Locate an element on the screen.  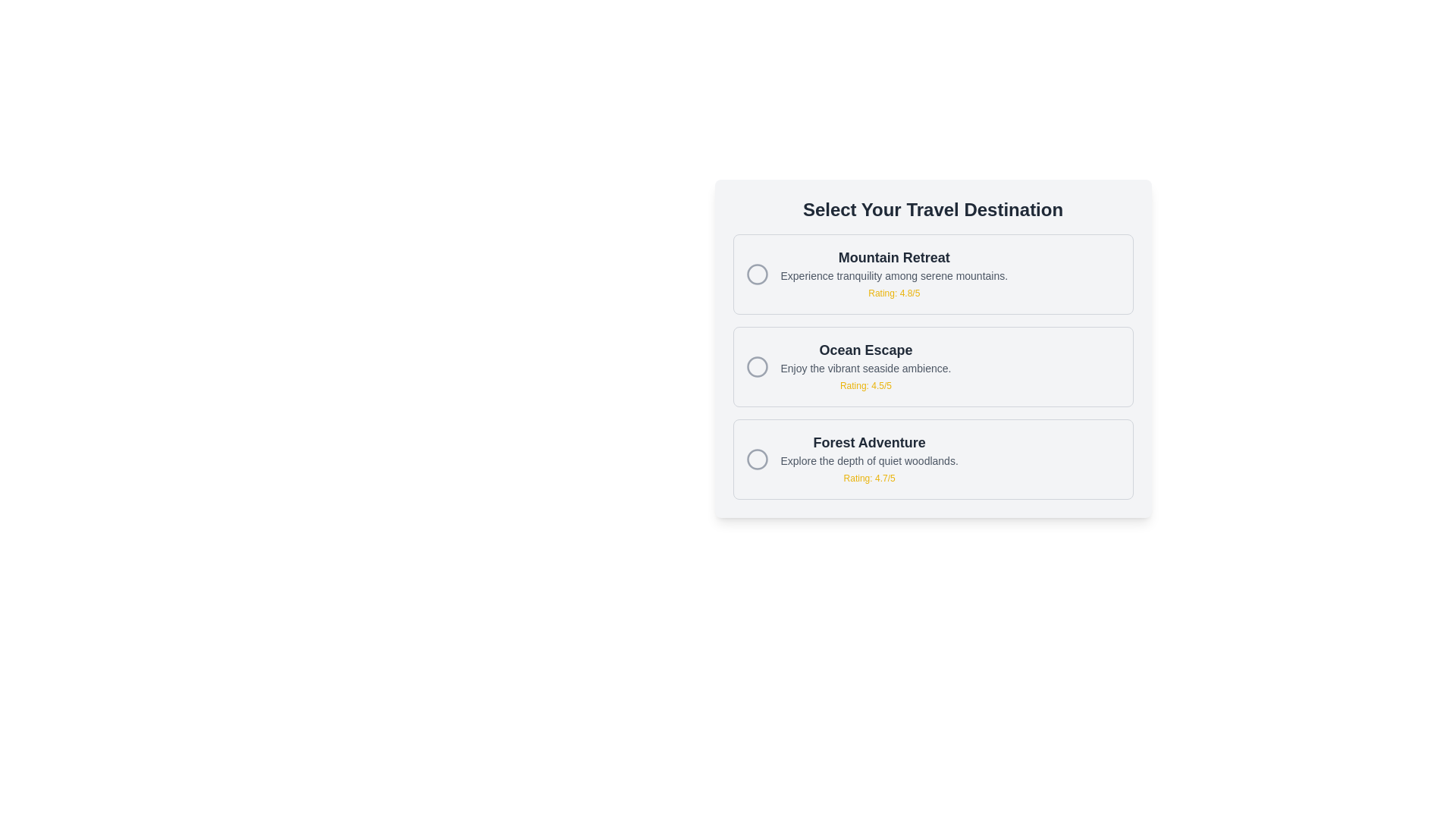
the text label displaying 'Forest Adventure', which is styled in bold sans-serif font and colored in dark gray is located at coordinates (869, 442).